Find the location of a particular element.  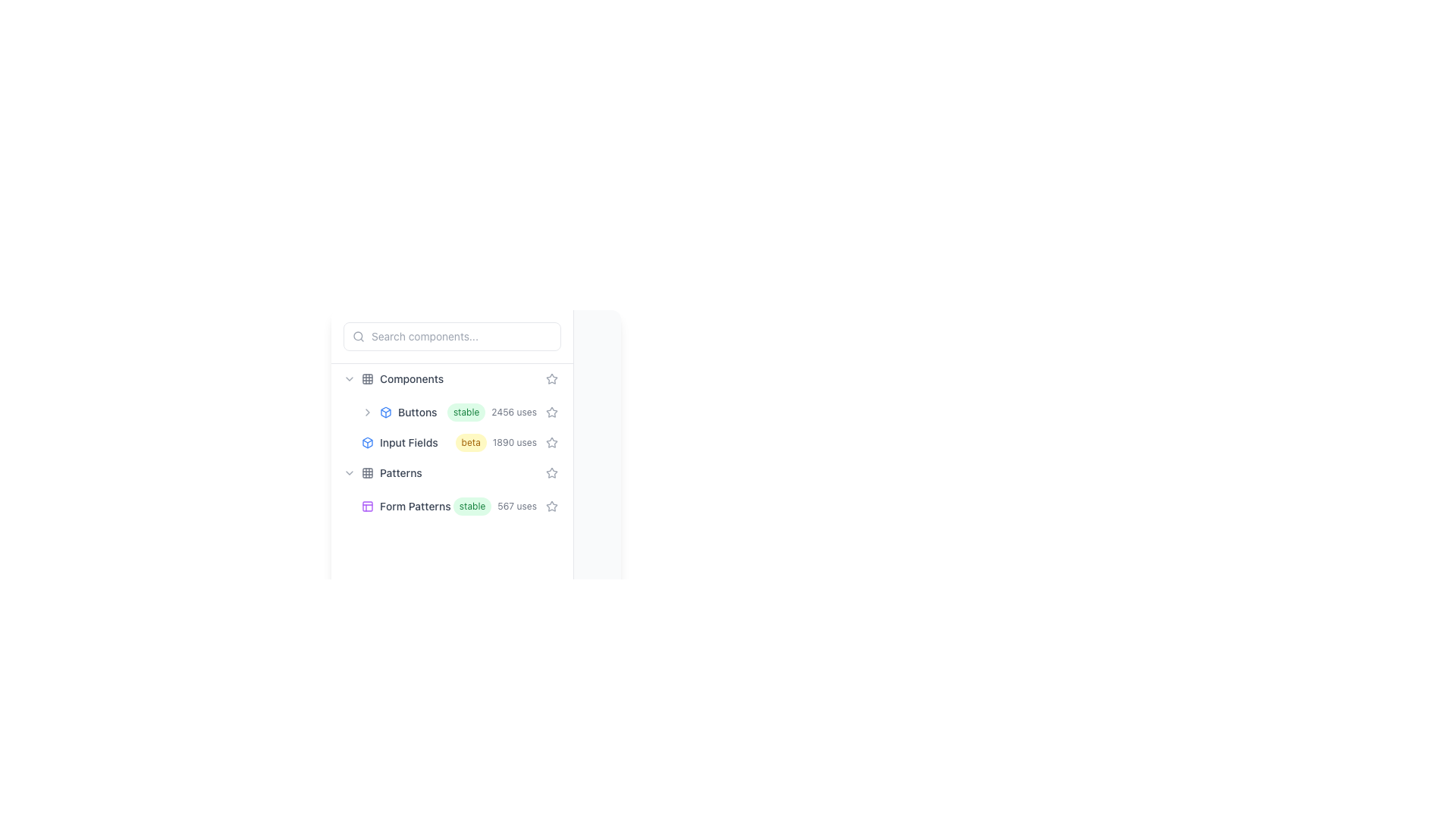

the downward-pointing chevron icon located in the left sidebar adjacent to the 'Components' label is located at coordinates (348, 378).